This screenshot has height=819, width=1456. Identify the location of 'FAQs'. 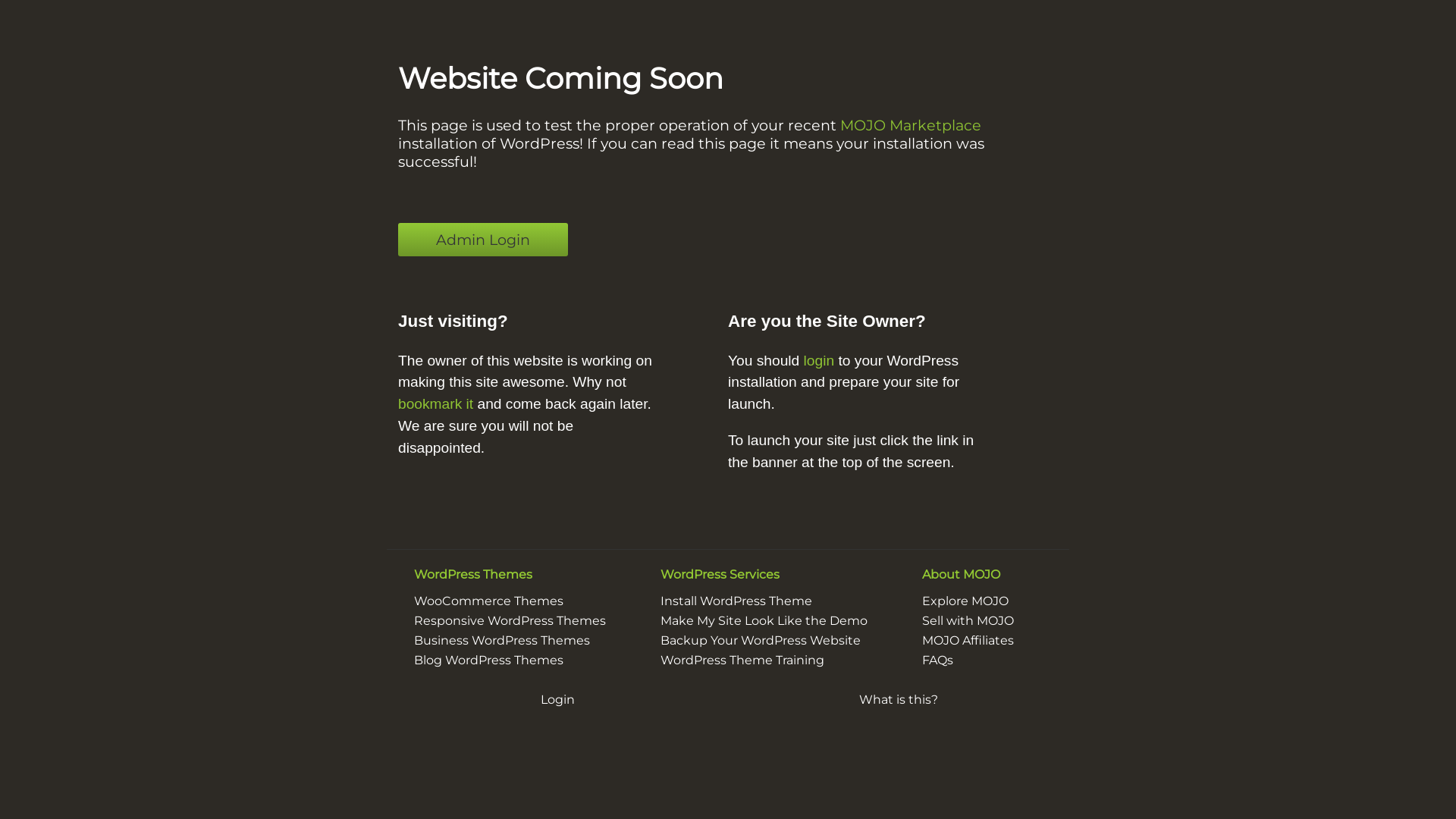
(937, 659).